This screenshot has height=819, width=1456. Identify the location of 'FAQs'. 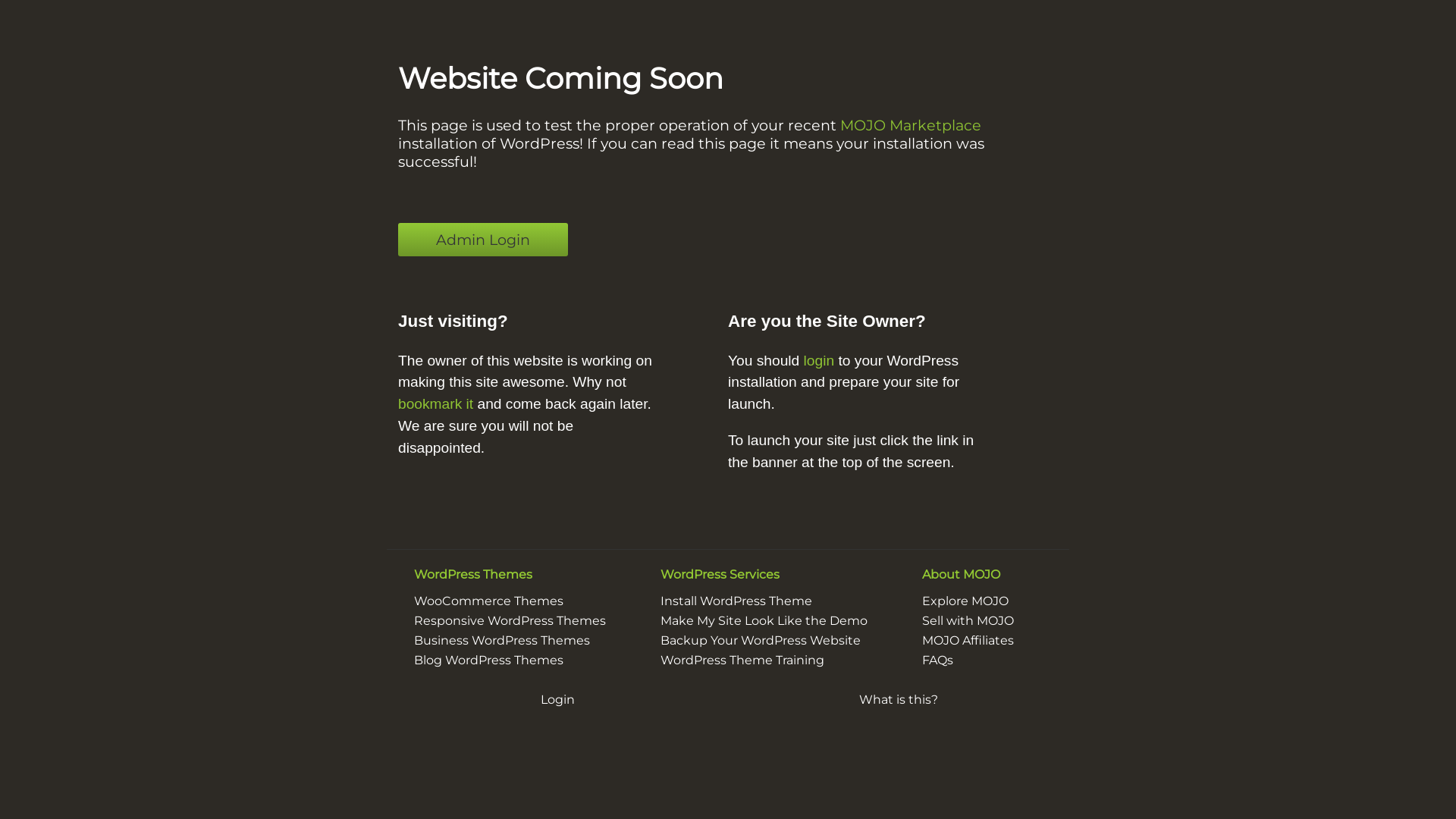
(937, 659).